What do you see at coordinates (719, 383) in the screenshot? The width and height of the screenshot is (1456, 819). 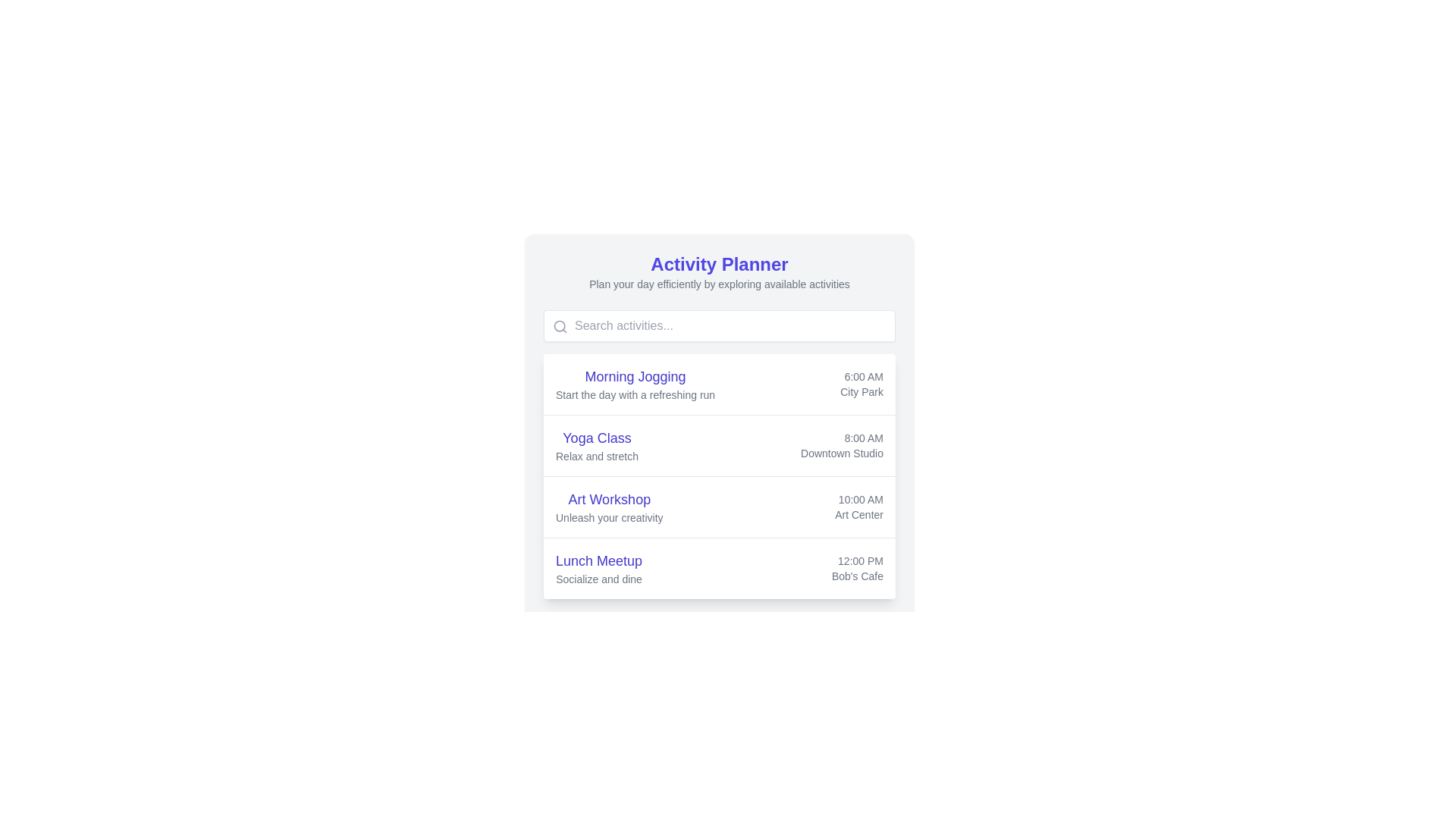 I see `information from the first list item in the Activity Planner that displays the activity title 'Morning Jogging', subtitle 'Start the day with a refreshing run', and details '6:00 AM' and 'City Park'` at bounding box center [719, 383].